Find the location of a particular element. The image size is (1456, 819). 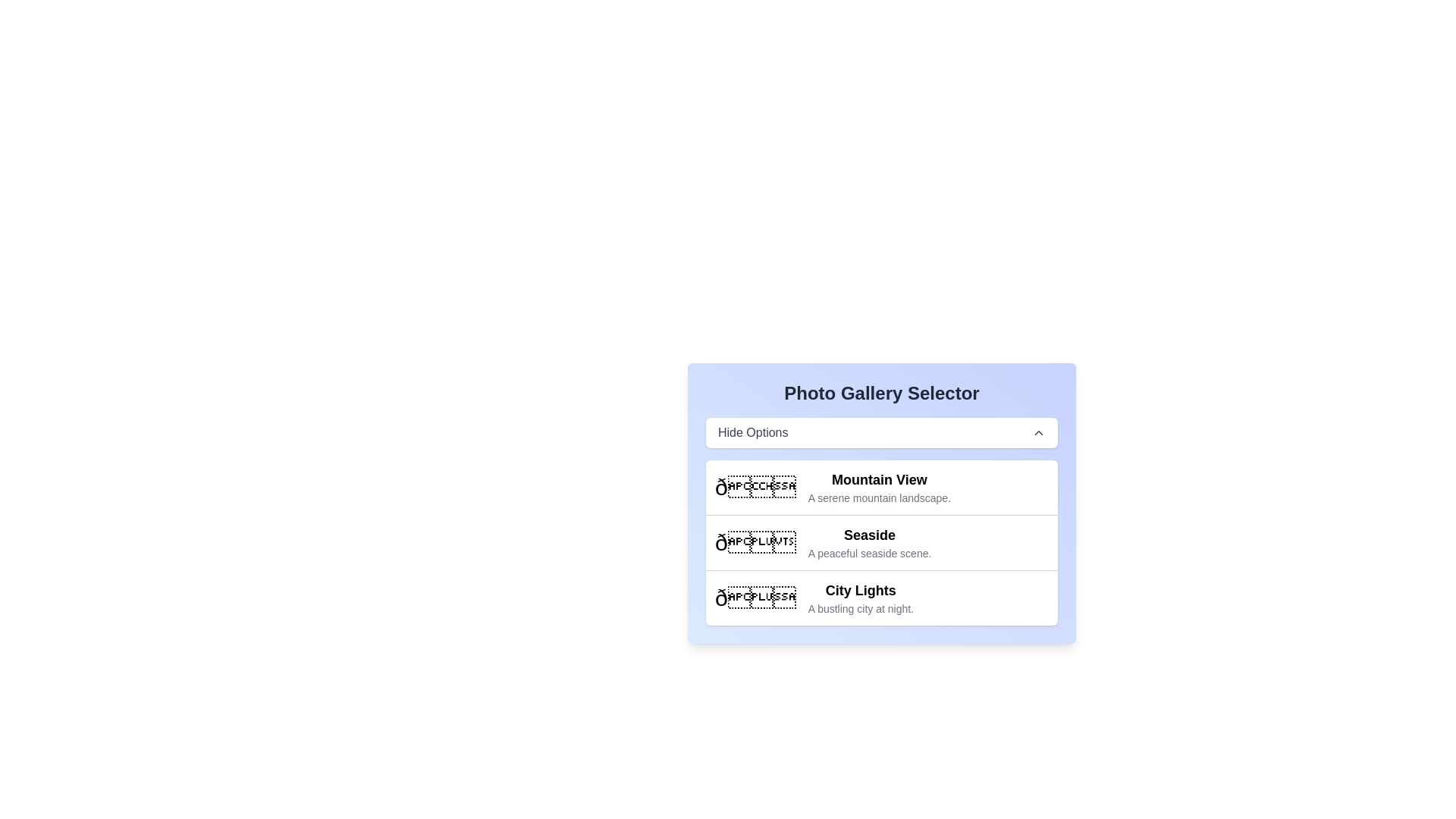

the Text label that serves as the title of an item in the 'Photo Gallery Selector', indicating the subject of the associated image is located at coordinates (861, 590).